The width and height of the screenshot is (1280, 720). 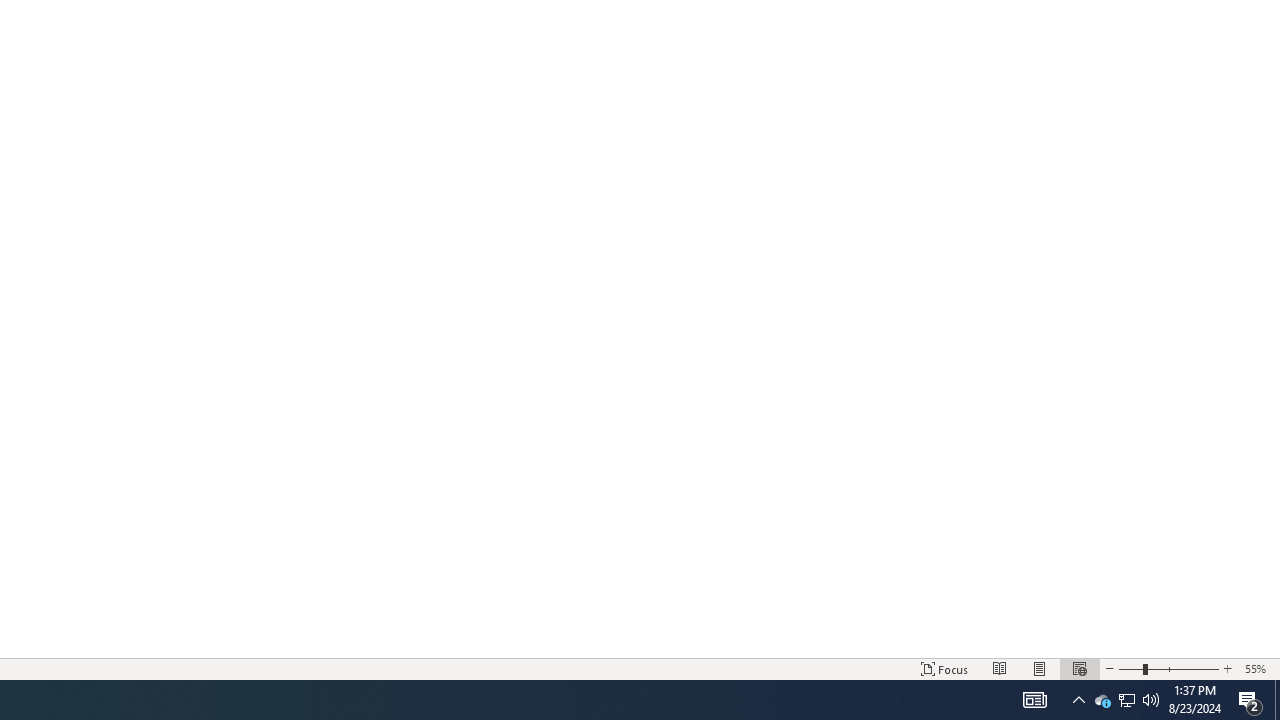 What do you see at coordinates (943, 669) in the screenshot?
I see `'Focus '` at bounding box center [943, 669].